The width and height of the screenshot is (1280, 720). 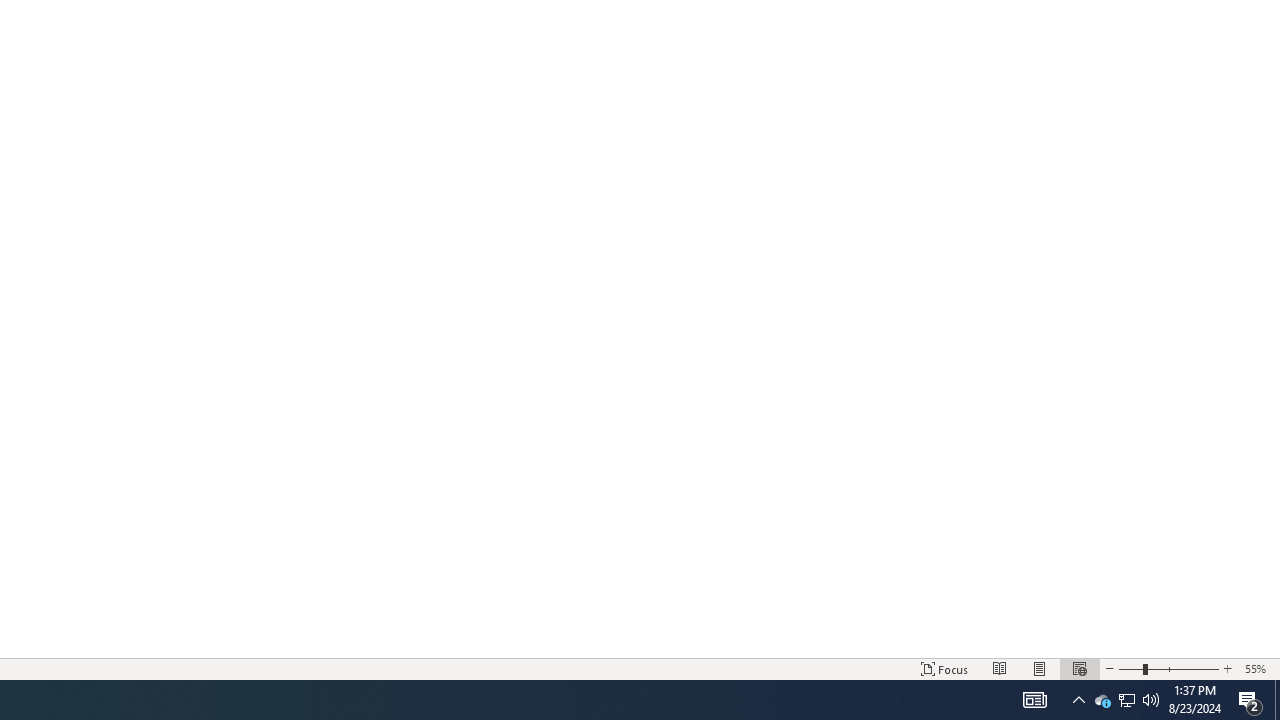 What do you see at coordinates (943, 669) in the screenshot?
I see `'Focus '` at bounding box center [943, 669].